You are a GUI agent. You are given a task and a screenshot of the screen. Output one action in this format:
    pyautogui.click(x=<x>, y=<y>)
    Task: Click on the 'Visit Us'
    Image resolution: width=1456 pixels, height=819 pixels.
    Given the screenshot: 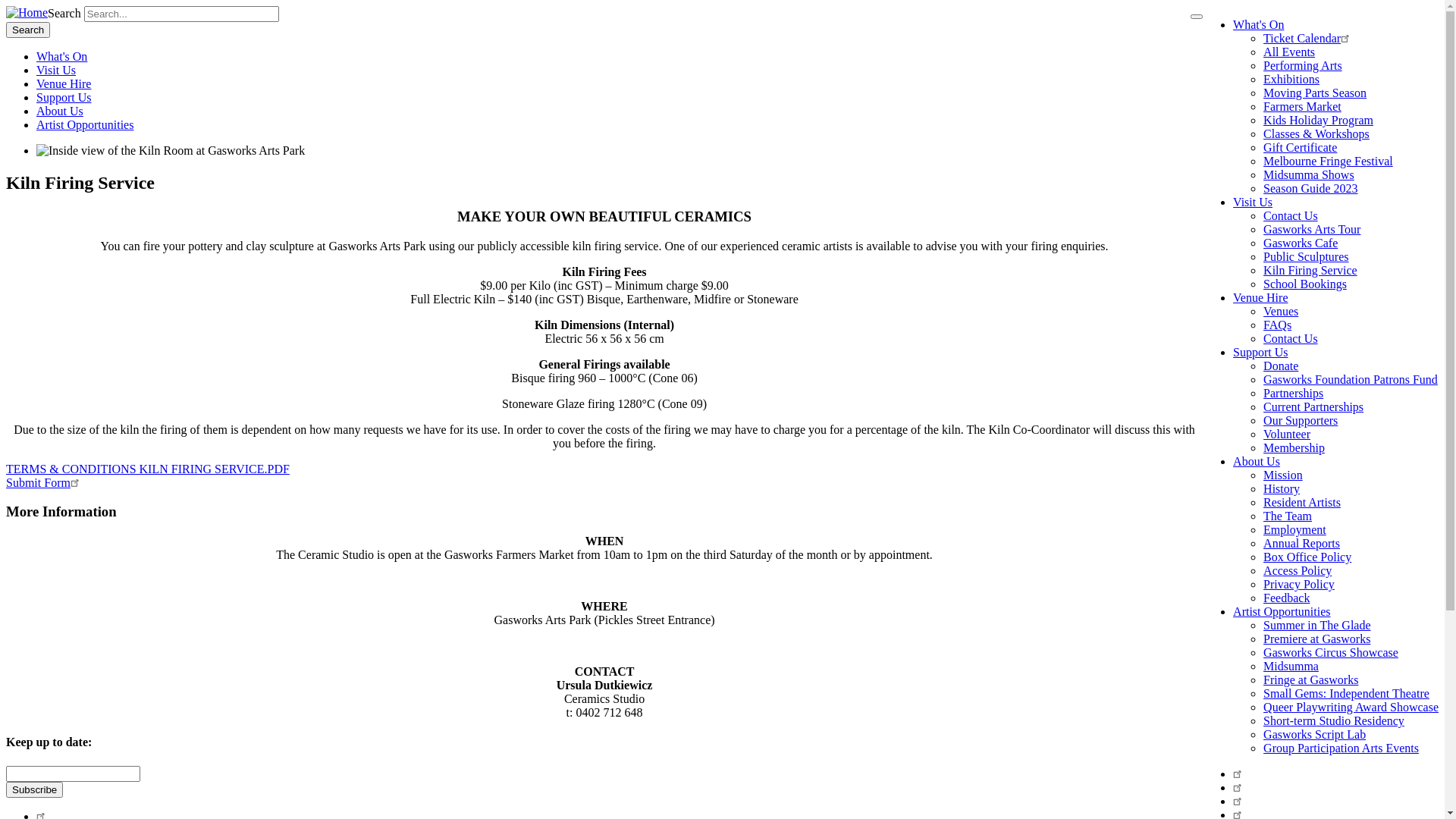 What is the action you would take?
    pyautogui.click(x=1233, y=201)
    